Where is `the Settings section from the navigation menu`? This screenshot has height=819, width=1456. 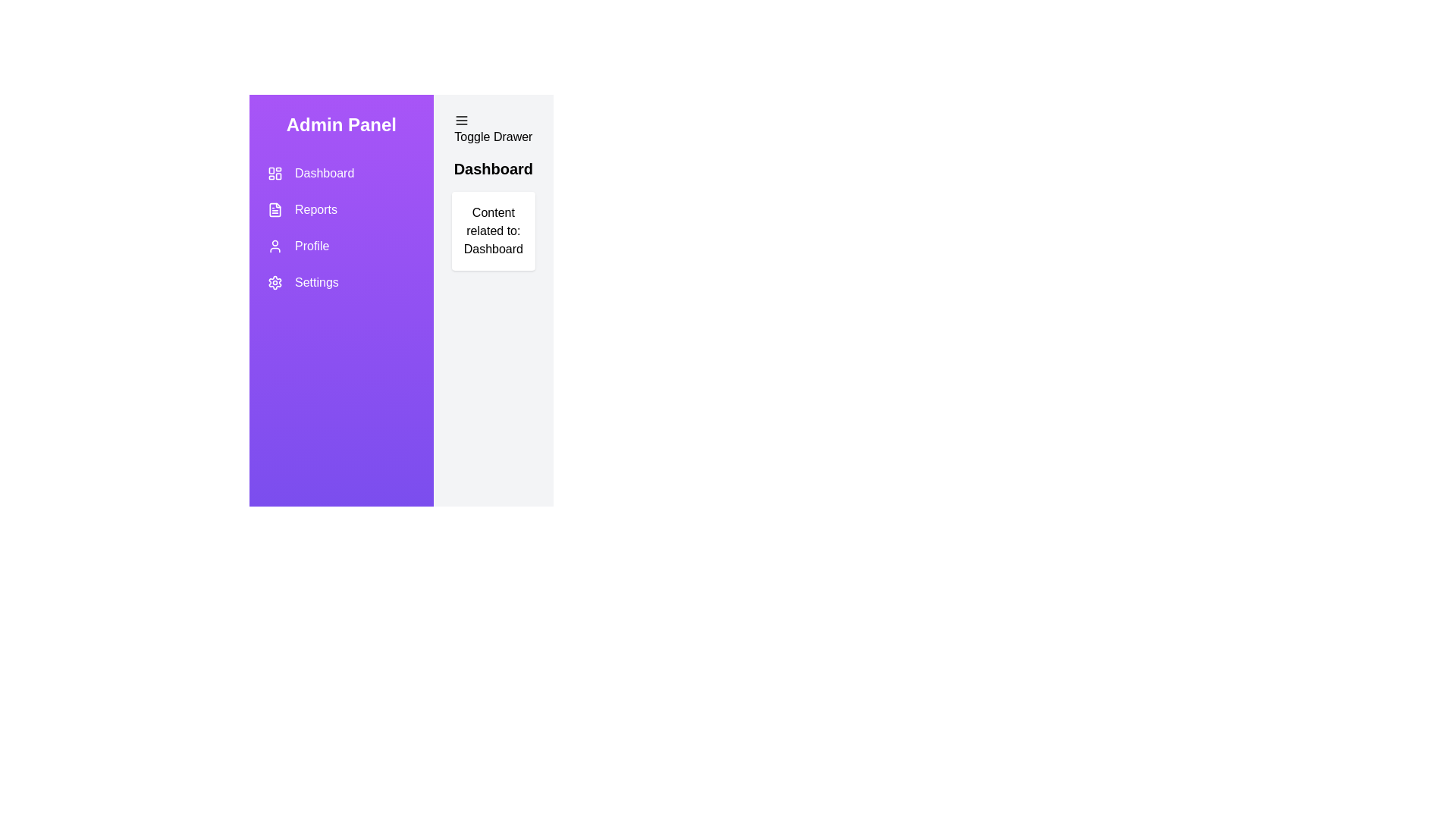 the Settings section from the navigation menu is located at coordinates (340, 283).